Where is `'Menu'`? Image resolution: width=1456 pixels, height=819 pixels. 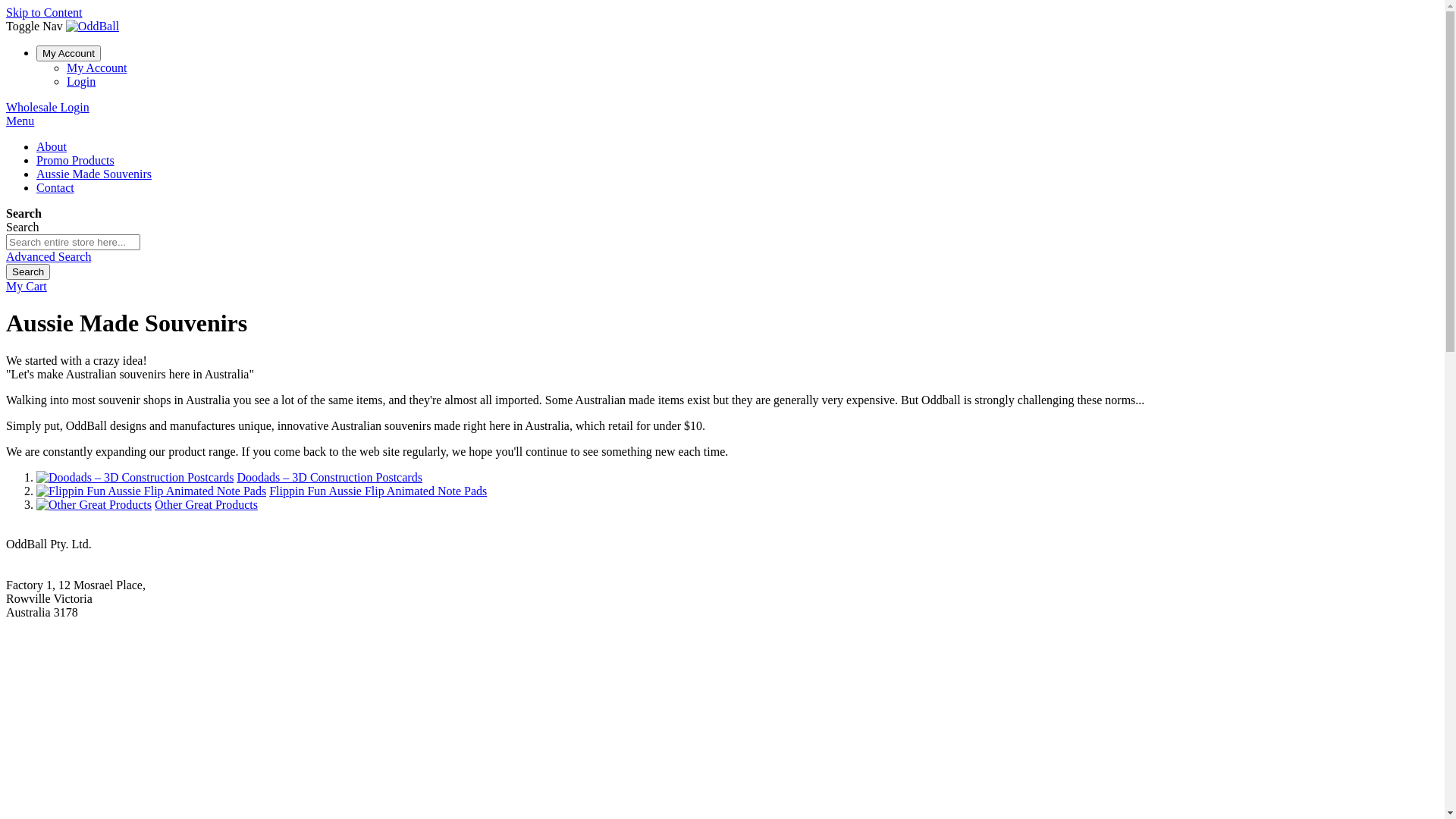 'Menu' is located at coordinates (20, 120).